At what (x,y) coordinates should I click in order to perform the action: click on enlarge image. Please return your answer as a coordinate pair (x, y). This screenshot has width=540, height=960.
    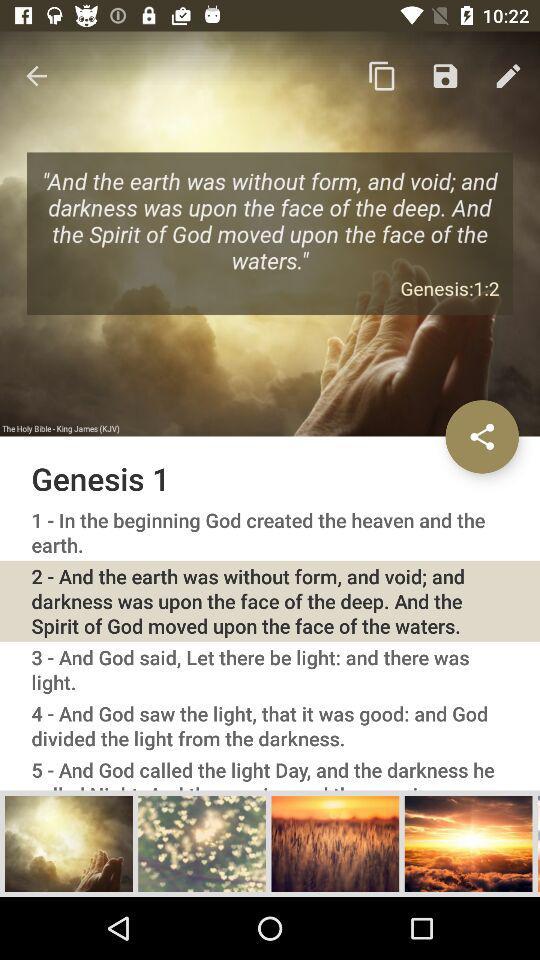
    Looking at the image, I should click on (468, 842).